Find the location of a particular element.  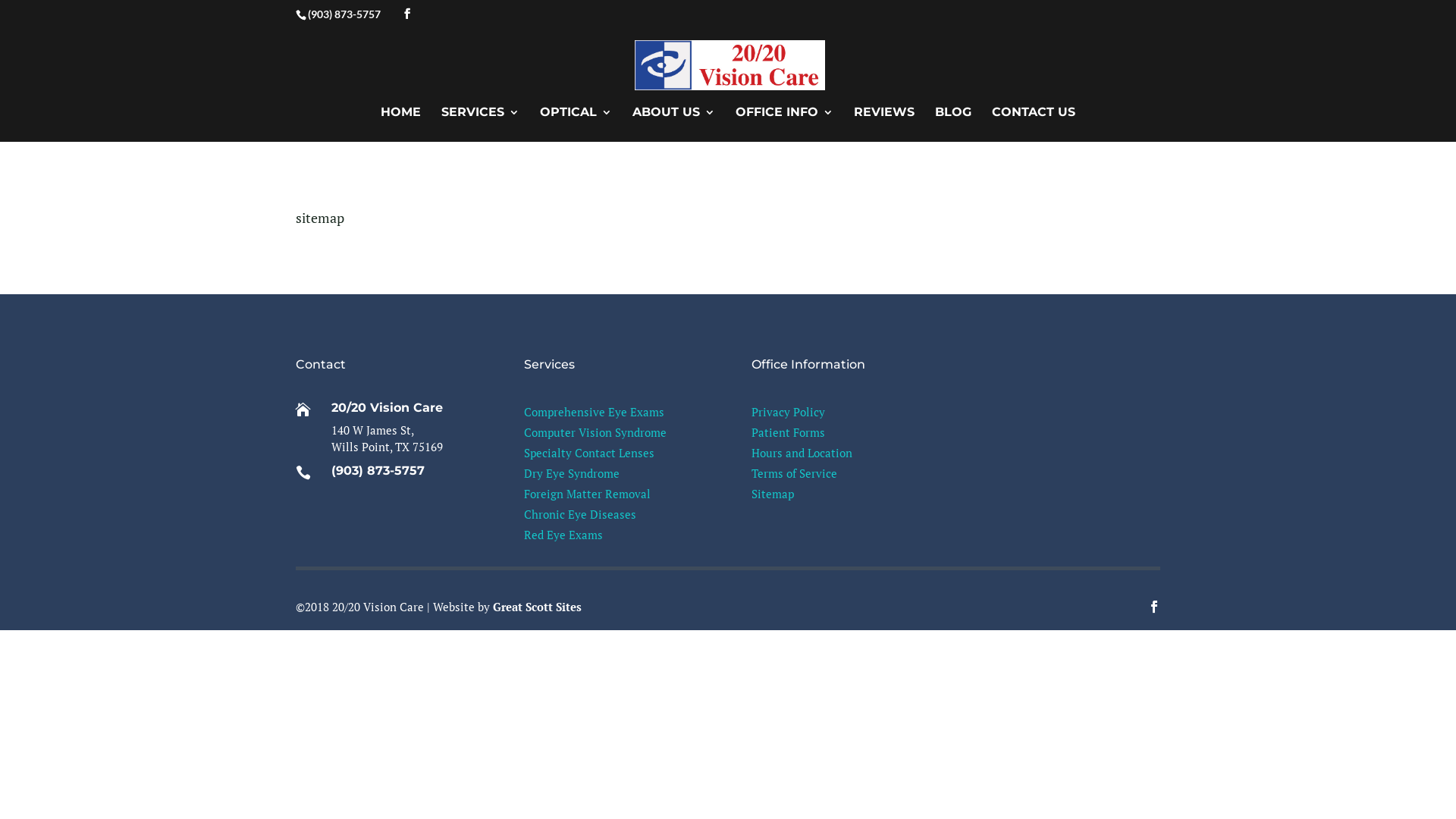

'Patient Forms' is located at coordinates (751, 432).